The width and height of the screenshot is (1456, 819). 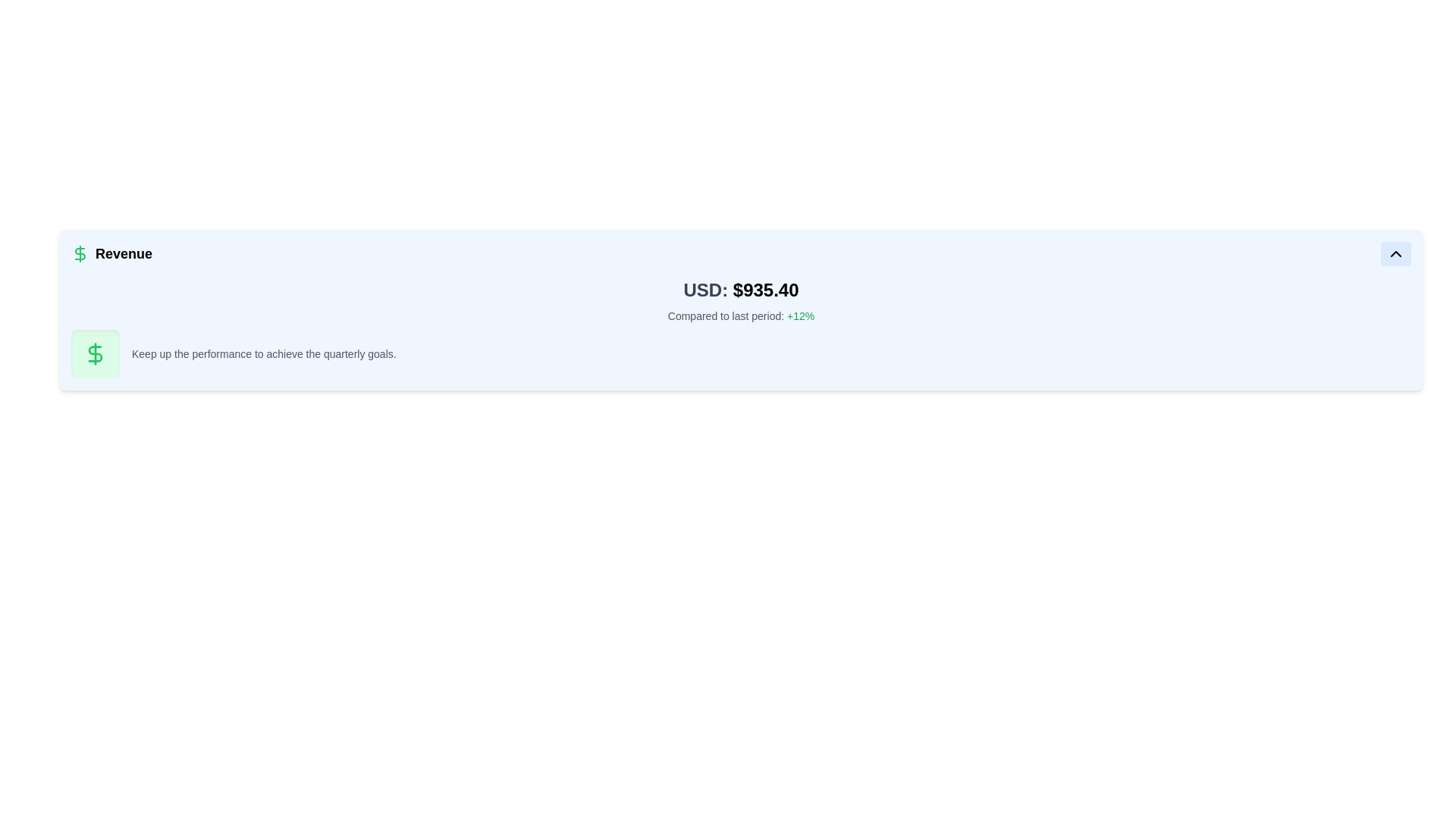 What do you see at coordinates (741, 315) in the screenshot?
I see `the Text Label that indicates a positive change of 12% and is located beneath the larger bold text displaying 'USD: $935.40'` at bounding box center [741, 315].